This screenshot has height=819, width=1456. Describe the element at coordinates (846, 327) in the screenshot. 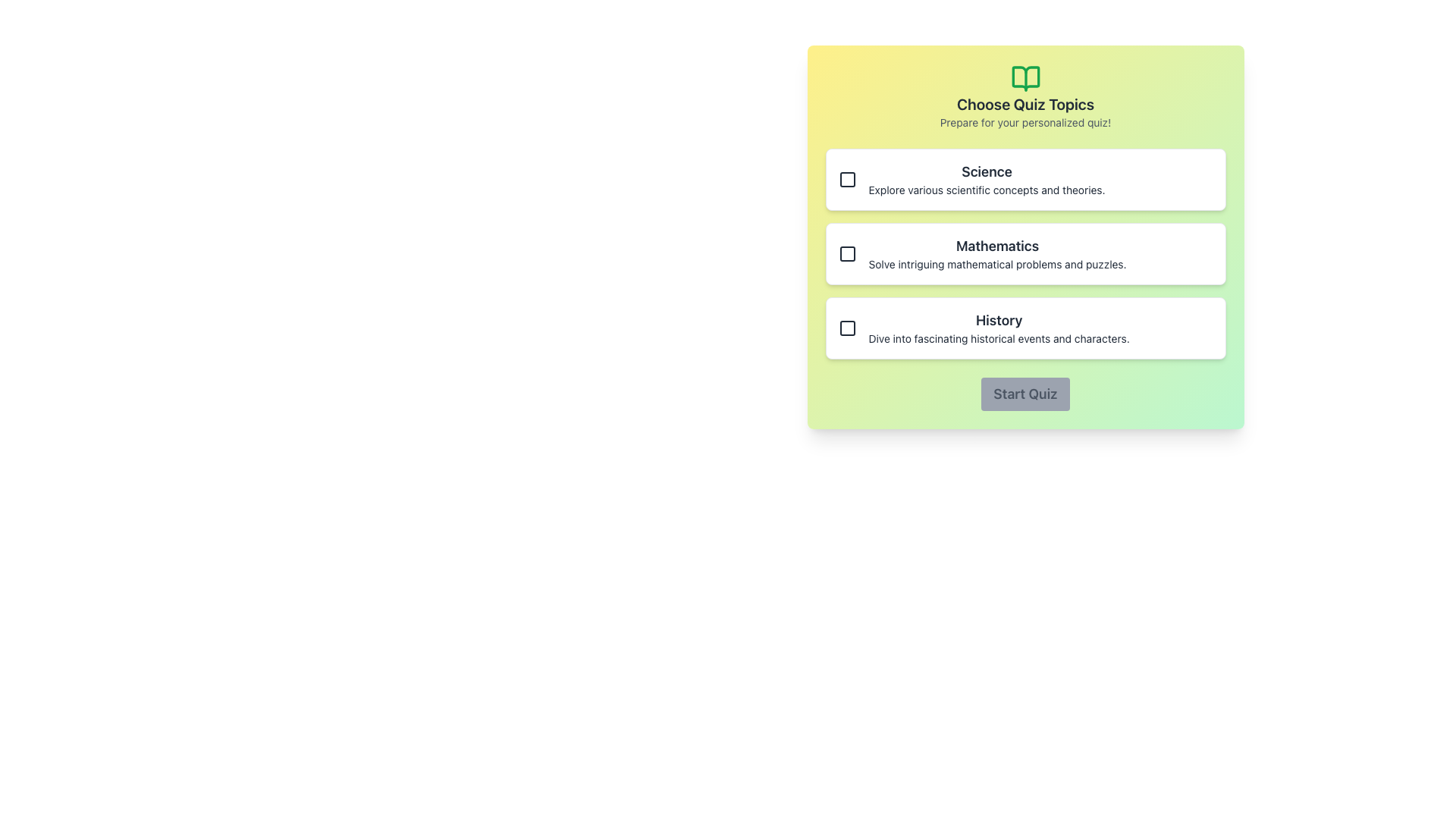

I see `the checkbox located to the left of the 'History' text within the third list item under the heading 'Choose Quiz Topics' for keyboard interaction` at that location.